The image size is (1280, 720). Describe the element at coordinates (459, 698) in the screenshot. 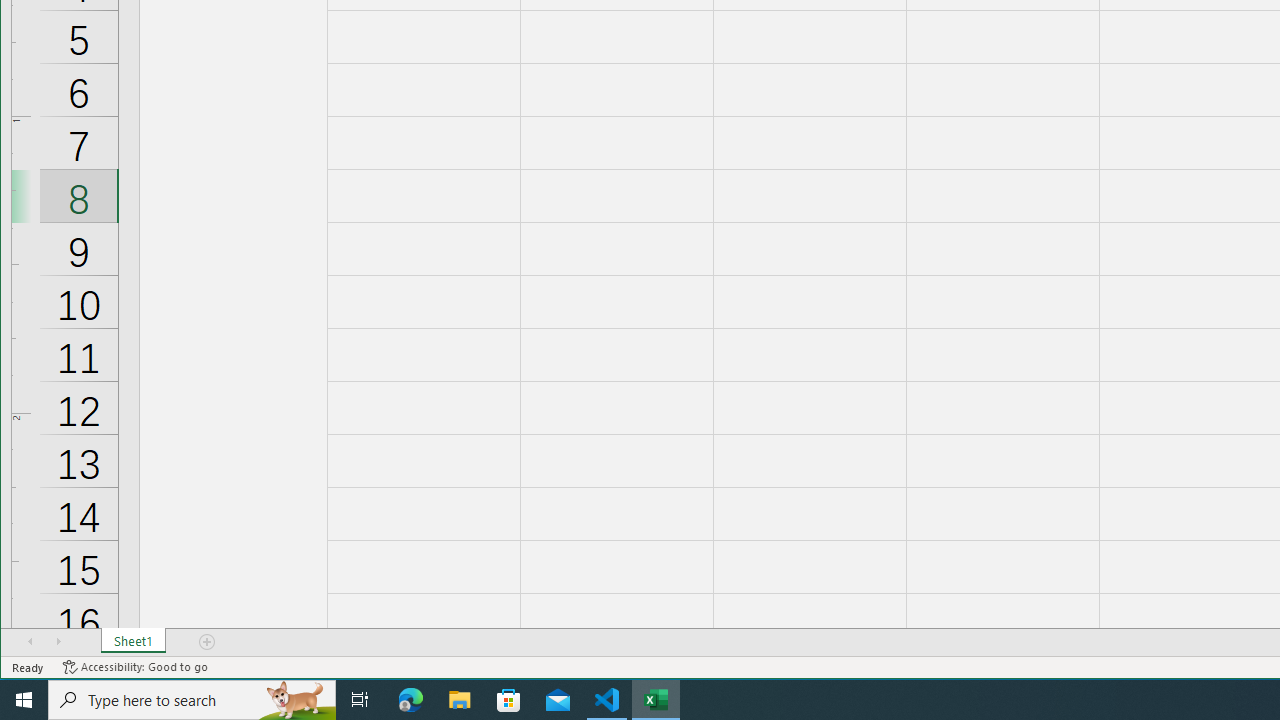

I see `'File Explorer'` at that location.